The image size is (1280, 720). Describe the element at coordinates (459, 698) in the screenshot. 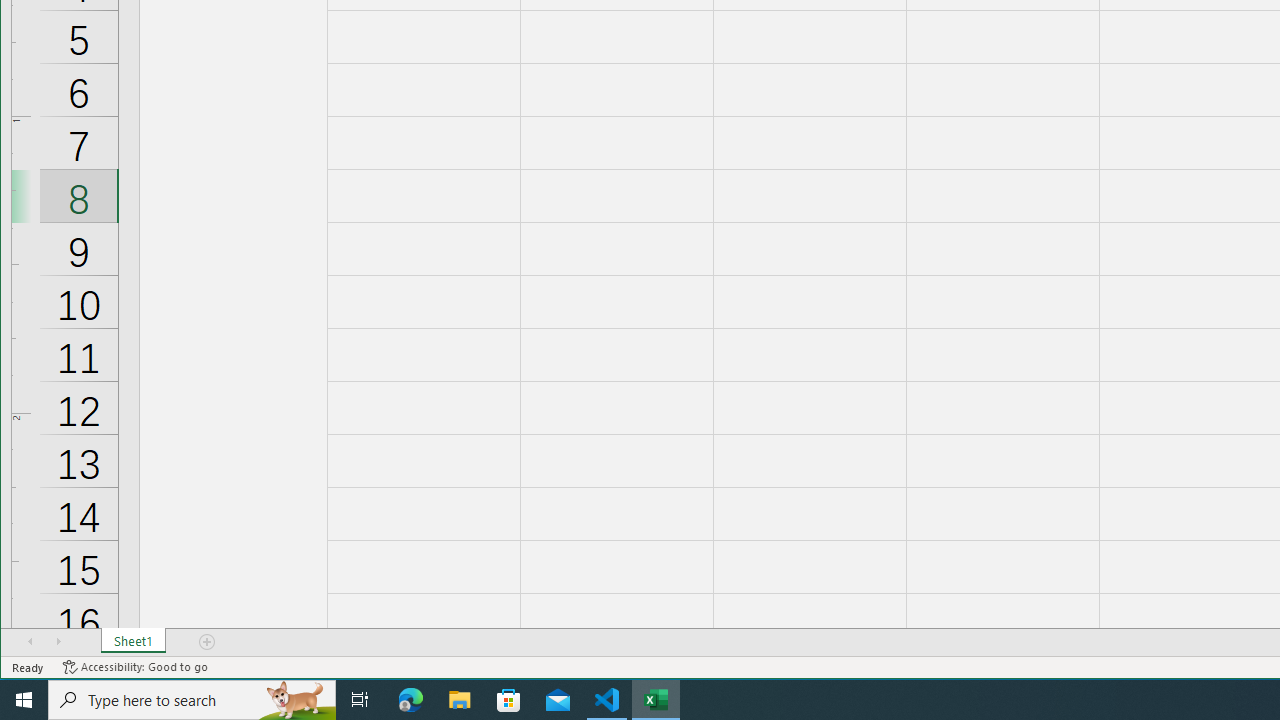

I see `'File Explorer'` at that location.